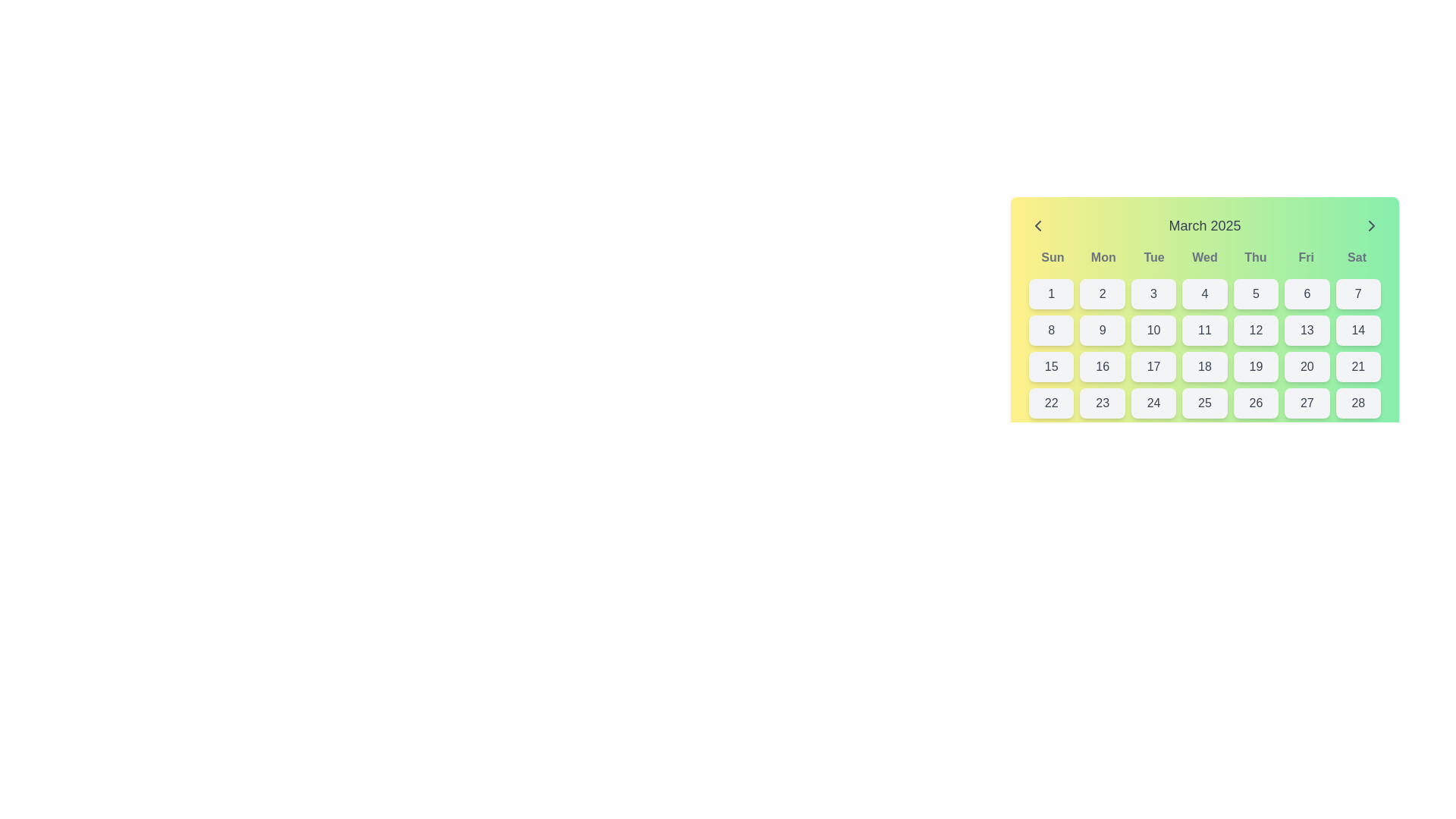 Image resolution: width=1456 pixels, height=819 pixels. I want to click on the static text label 'Mon' which represents the day abbreviation in the weekly header of the calendar, so click(1103, 256).